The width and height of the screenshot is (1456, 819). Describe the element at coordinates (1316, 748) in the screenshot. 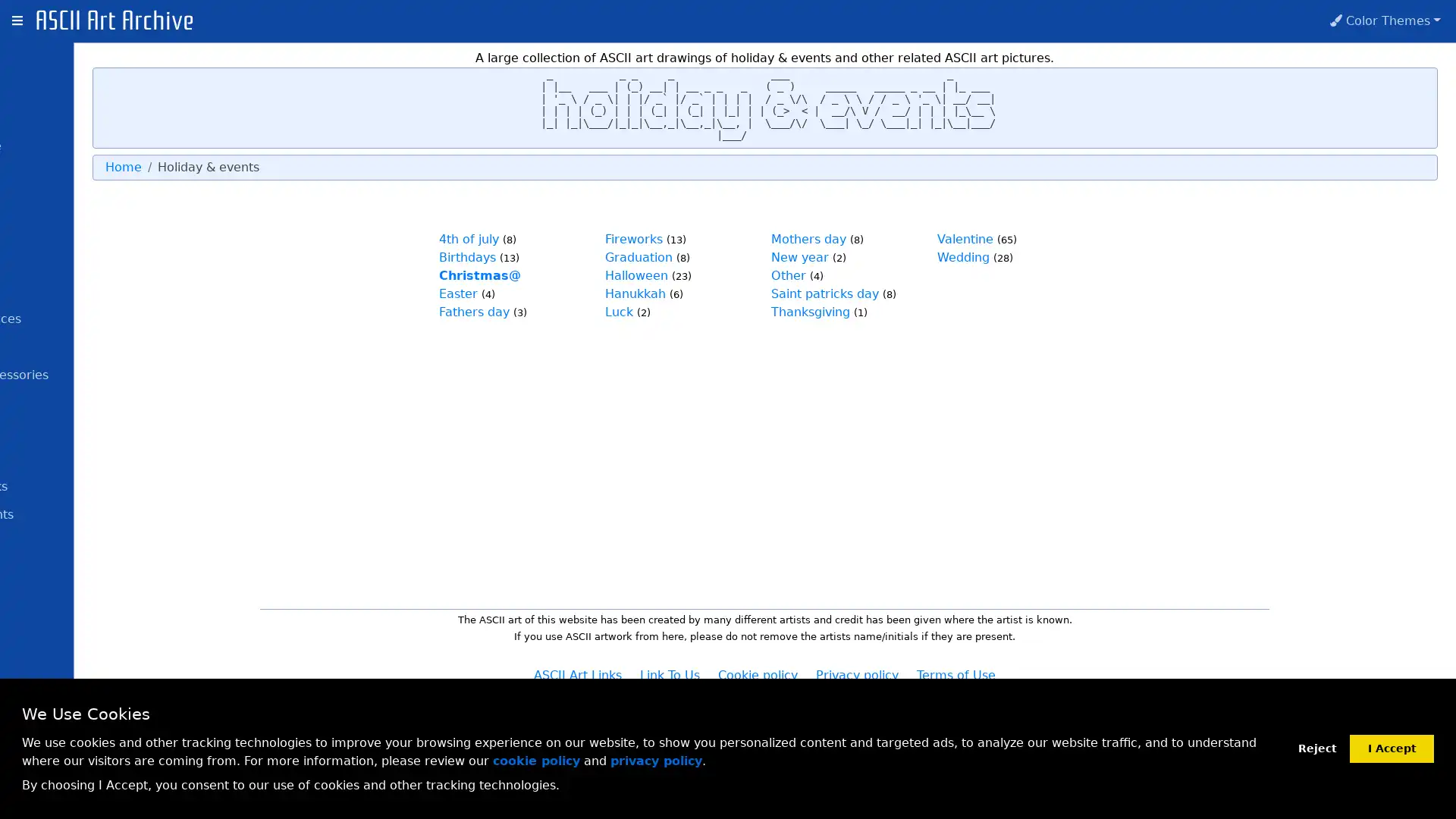

I see `Reject` at that location.